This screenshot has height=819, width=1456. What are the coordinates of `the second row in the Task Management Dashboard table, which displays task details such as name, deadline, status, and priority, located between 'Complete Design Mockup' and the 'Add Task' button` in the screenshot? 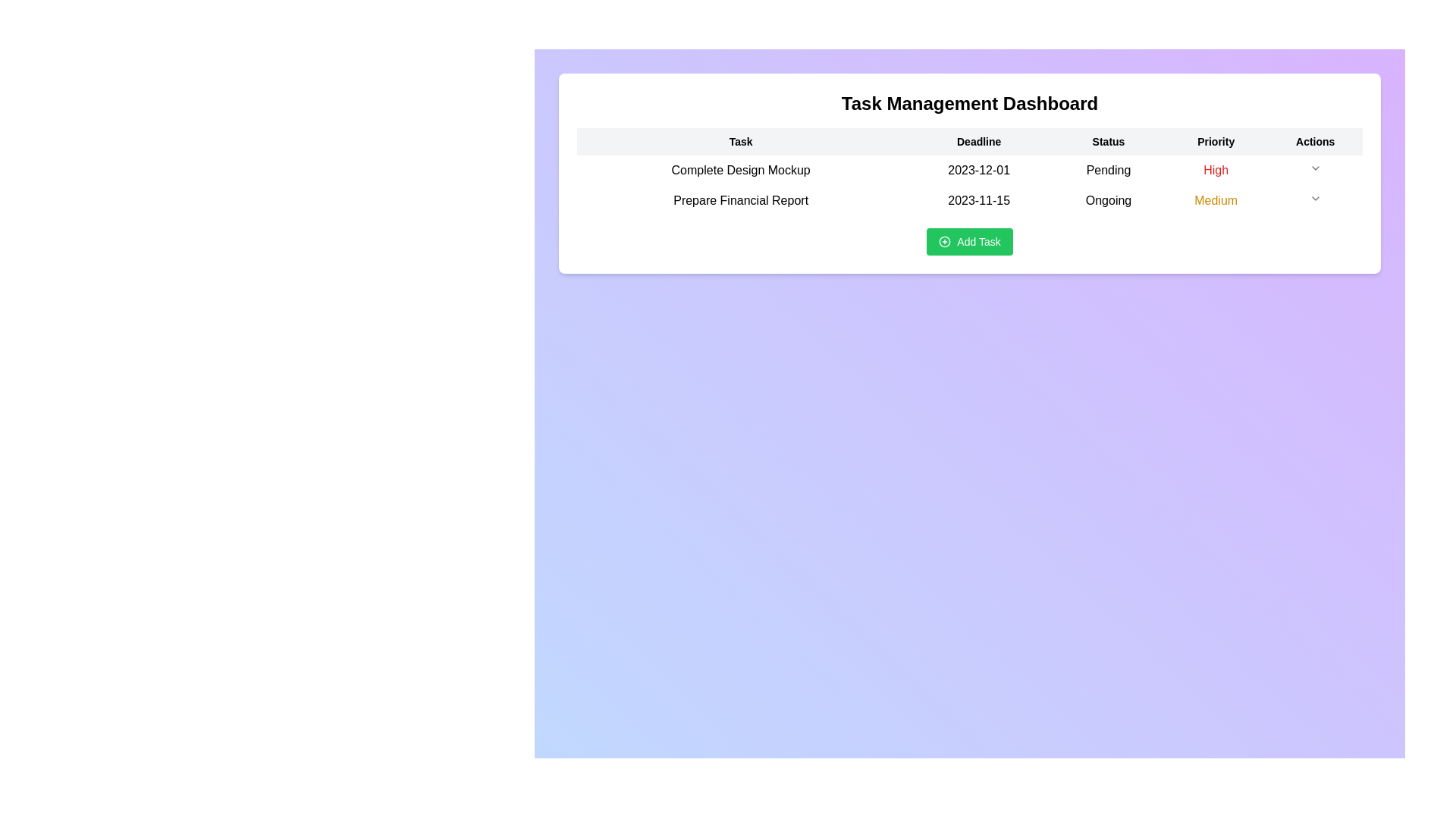 It's located at (968, 200).